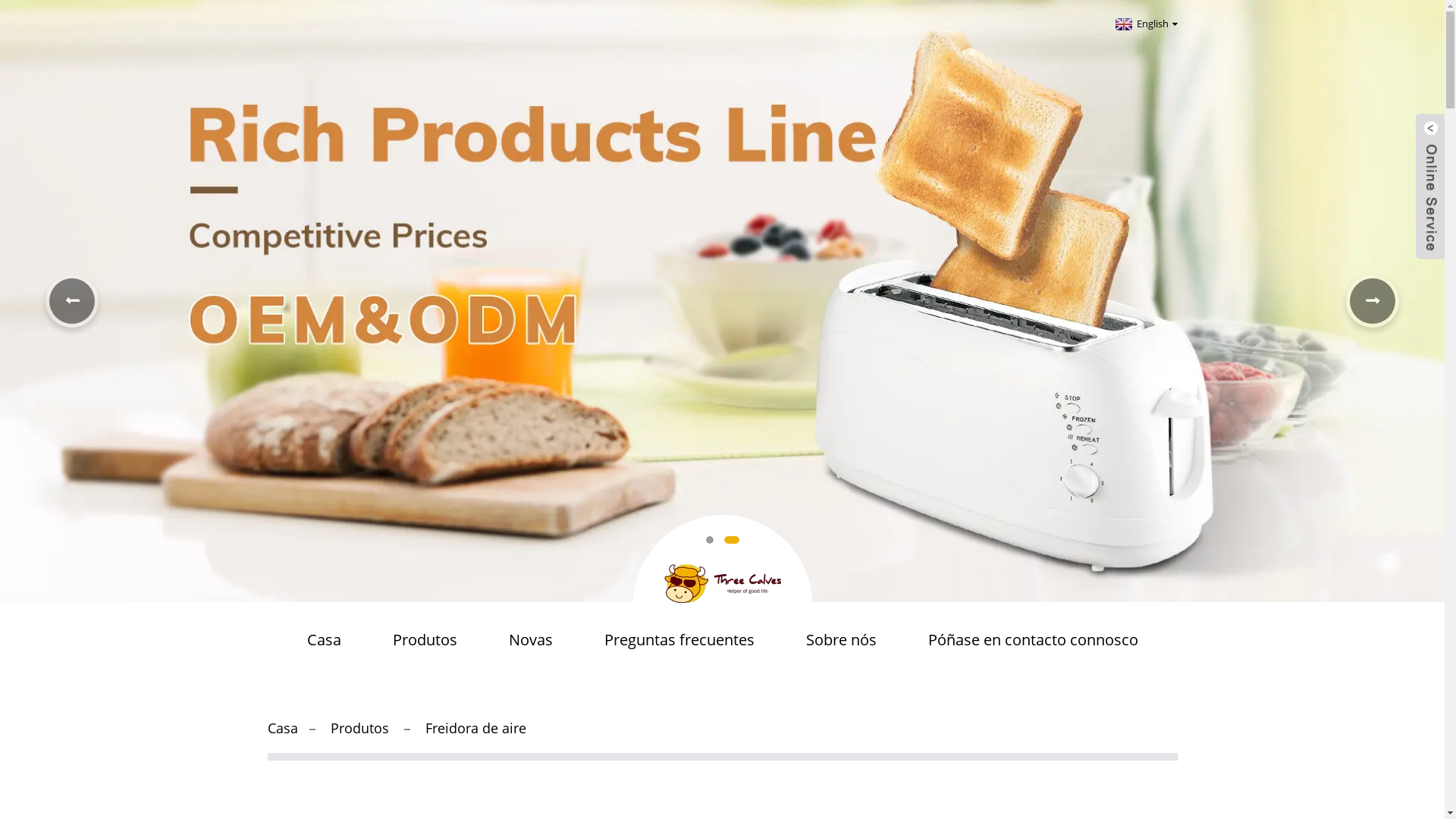 The image size is (1456, 819). Describe the element at coordinates (474, 727) in the screenshot. I see `'Freidora de aire'` at that location.